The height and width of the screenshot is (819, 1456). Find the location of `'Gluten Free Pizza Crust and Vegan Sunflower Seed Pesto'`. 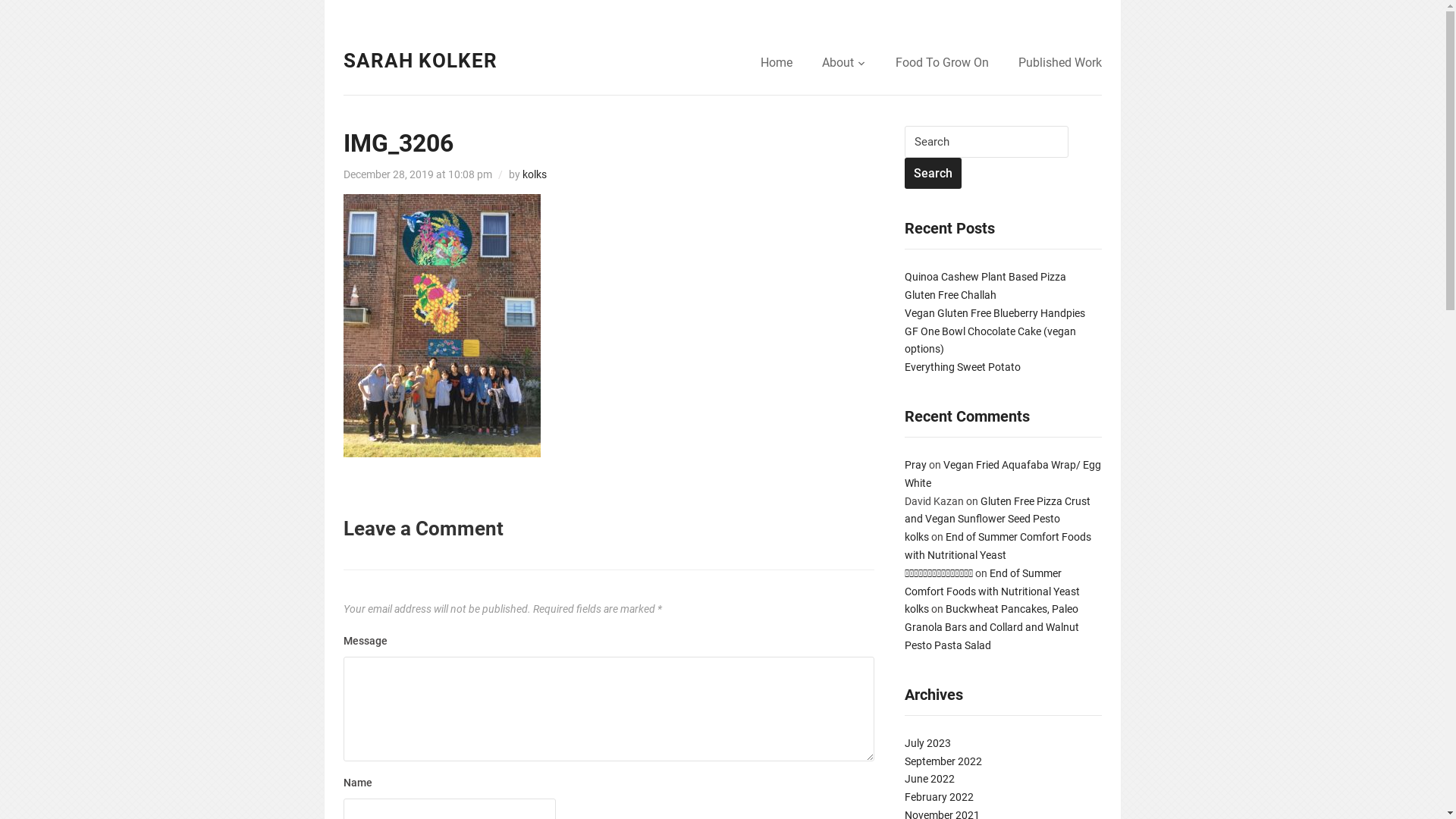

'Gluten Free Pizza Crust and Vegan Sunflower Seed Pesto' is located at coordinates (996, 510).